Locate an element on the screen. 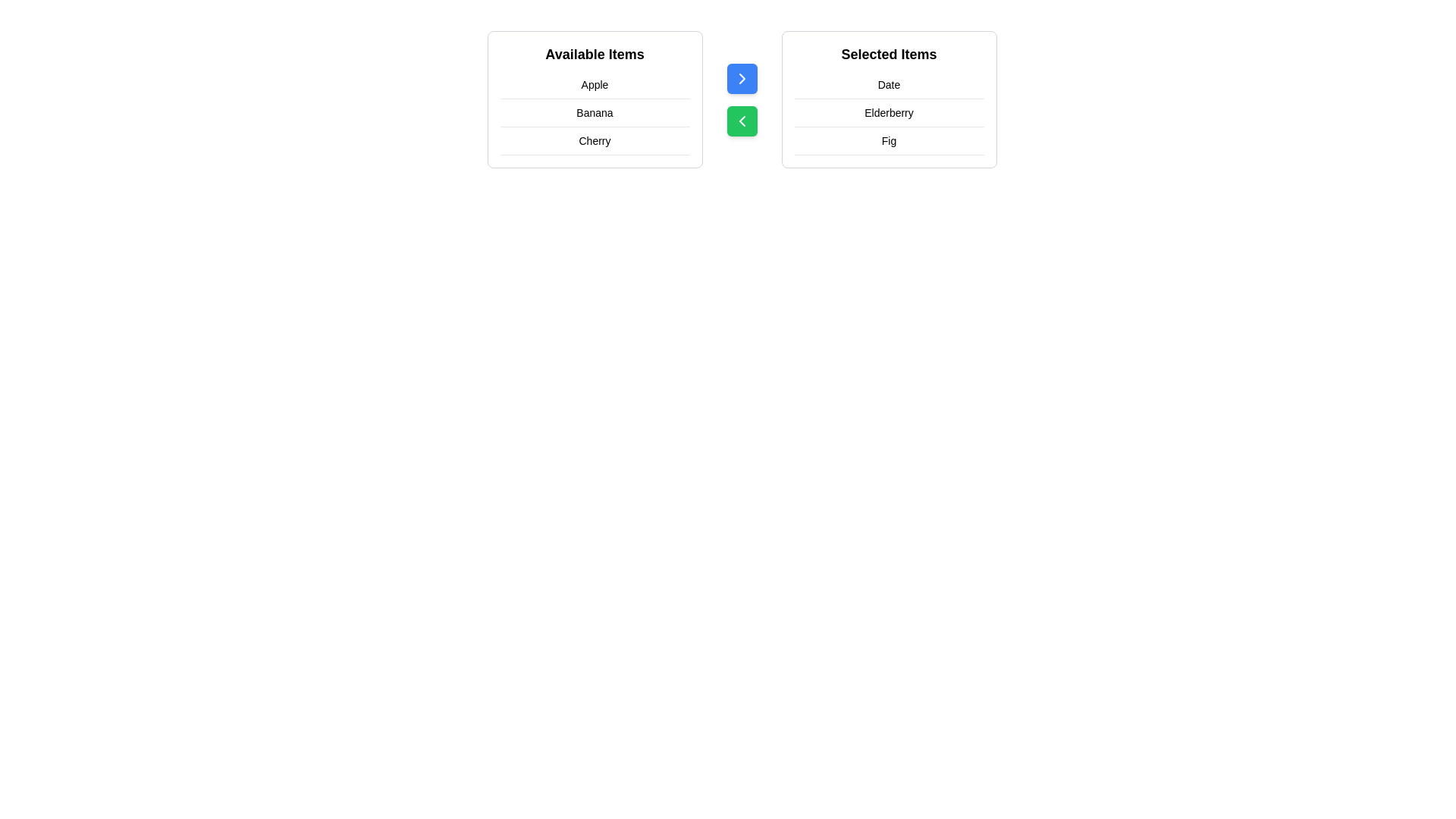 This screenshot has height=819, width=1456. the text label 'Banana', the second item in the list under 'Available Items', which is styled with a small font size and centered alignment is located at coordinates (594, 112).